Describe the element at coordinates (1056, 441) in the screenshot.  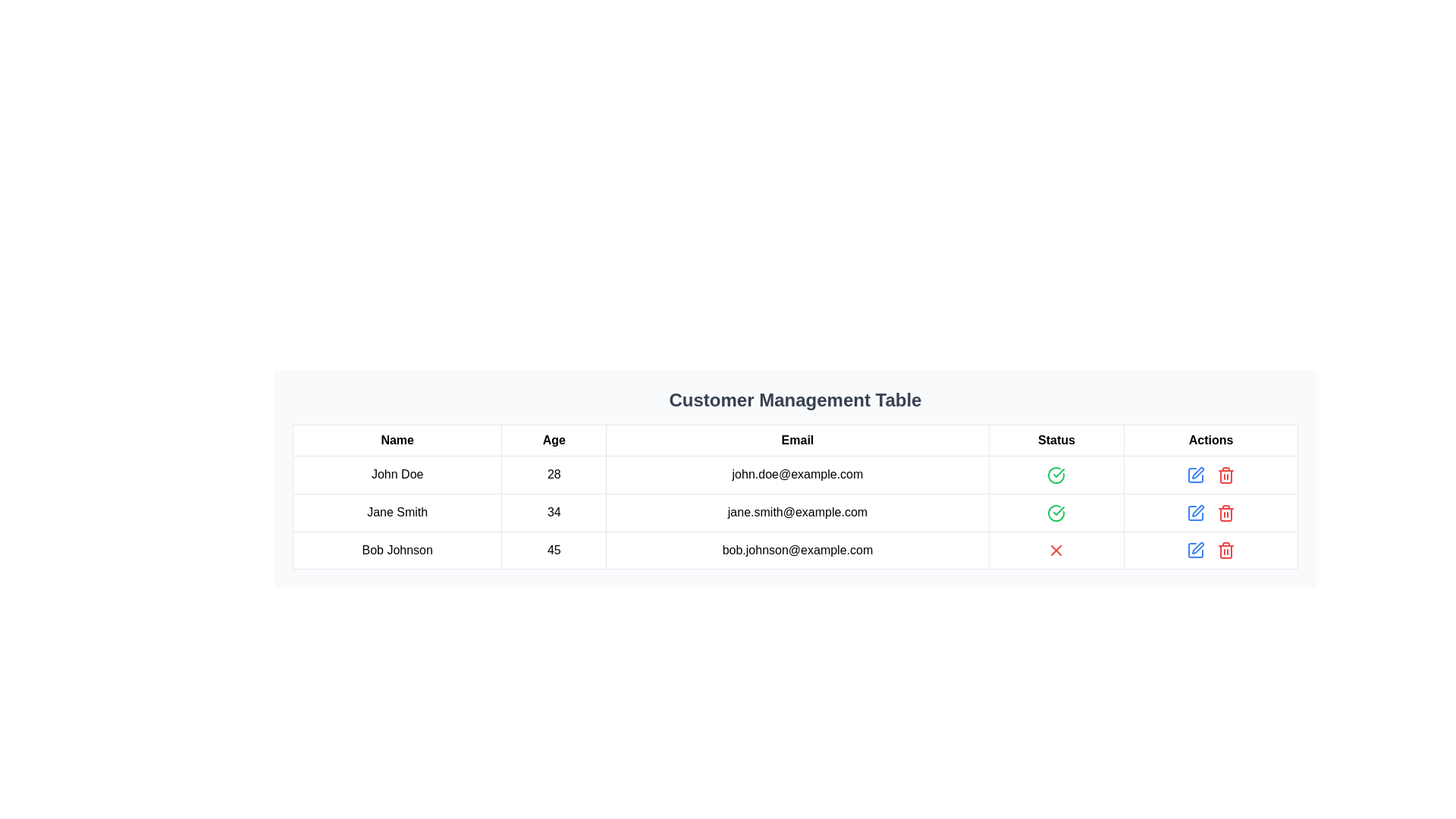
I see `the 'Status' text label in the fourth column of the table header, which is displayed in bold, black sans-serif font` at that location.